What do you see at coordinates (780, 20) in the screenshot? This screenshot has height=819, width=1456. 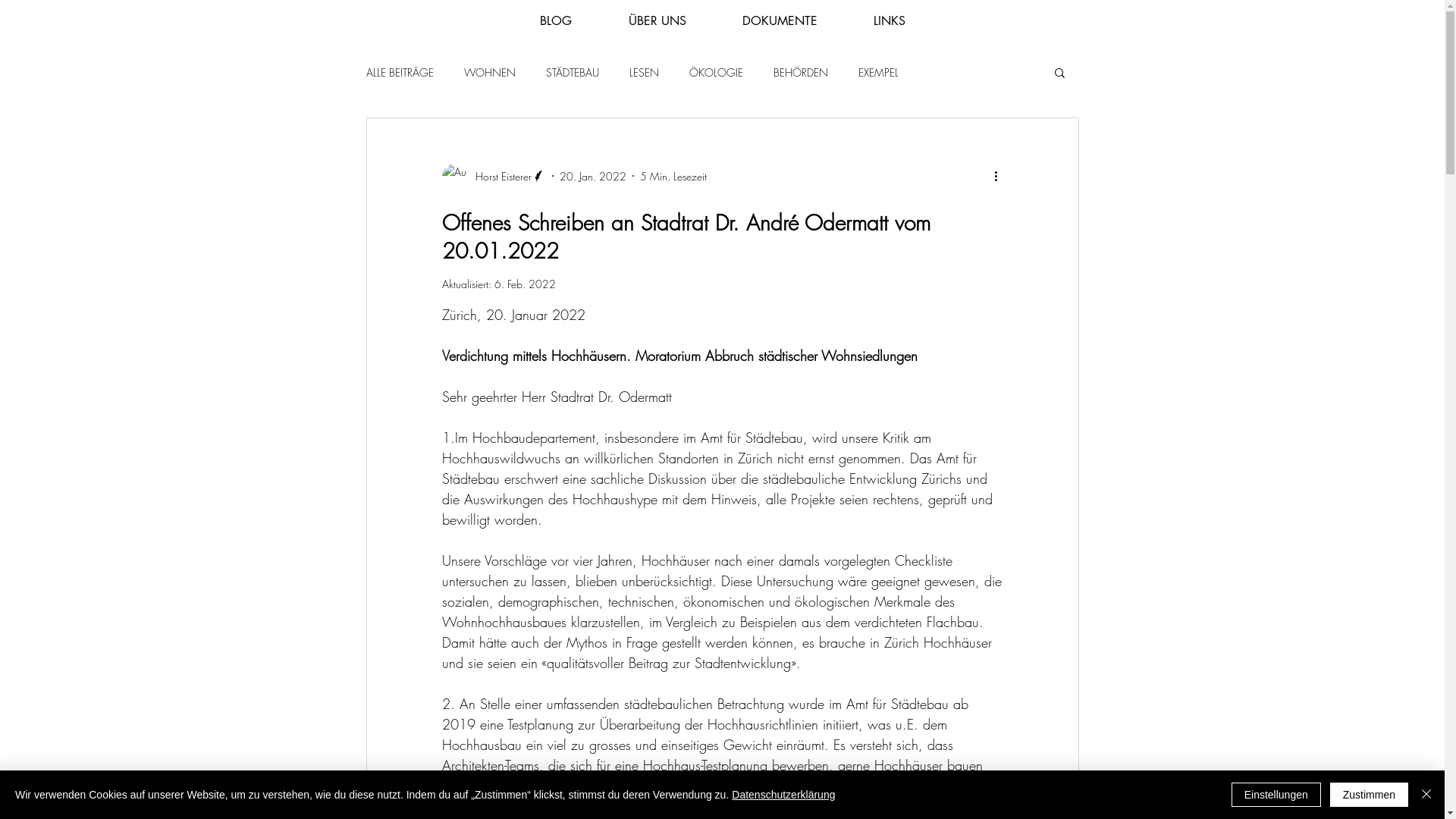 I see `'DOKUMENTE'` at bounding box center [780, 20].